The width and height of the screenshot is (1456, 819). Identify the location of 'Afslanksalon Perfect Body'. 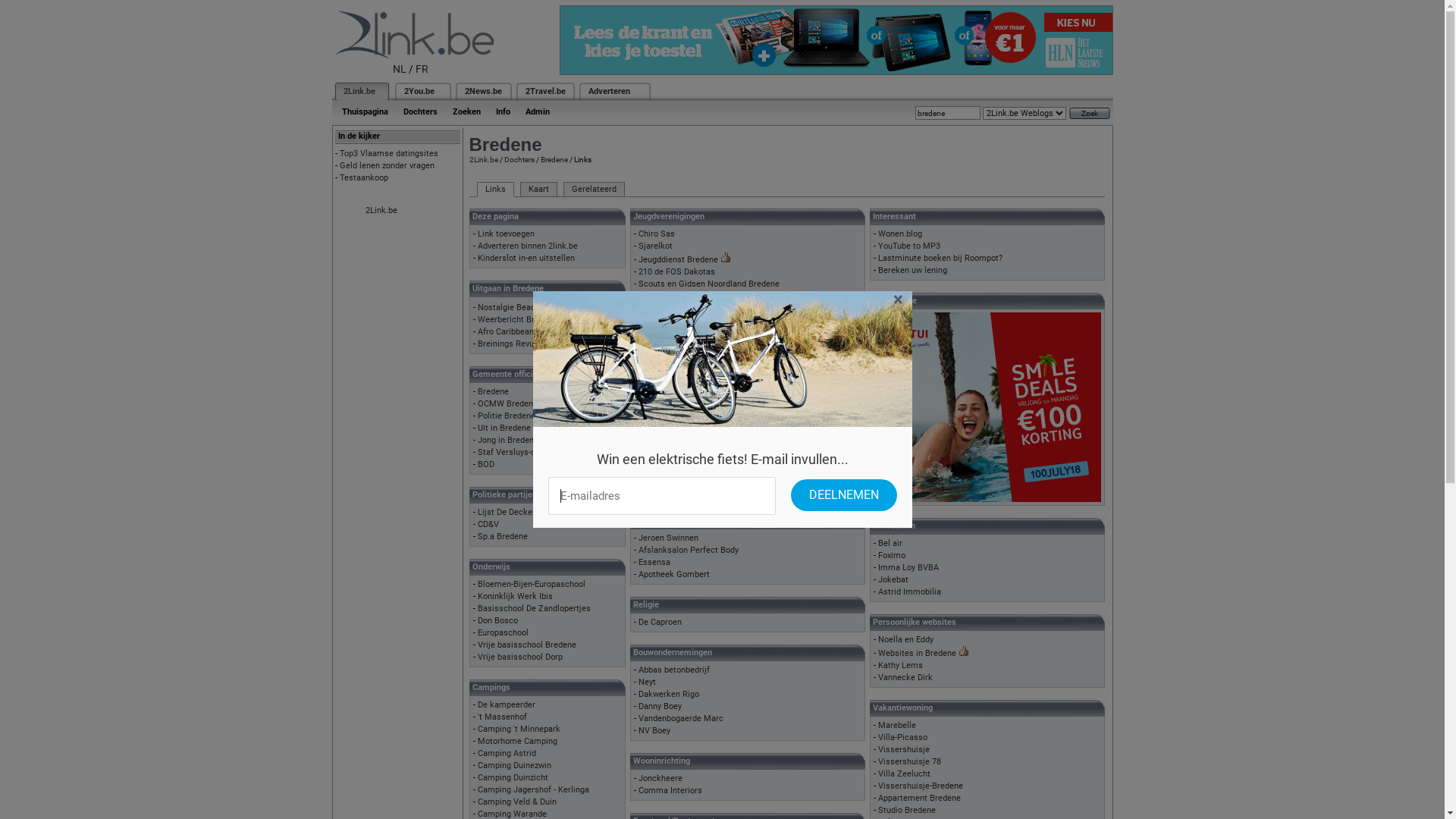
(687, 550).